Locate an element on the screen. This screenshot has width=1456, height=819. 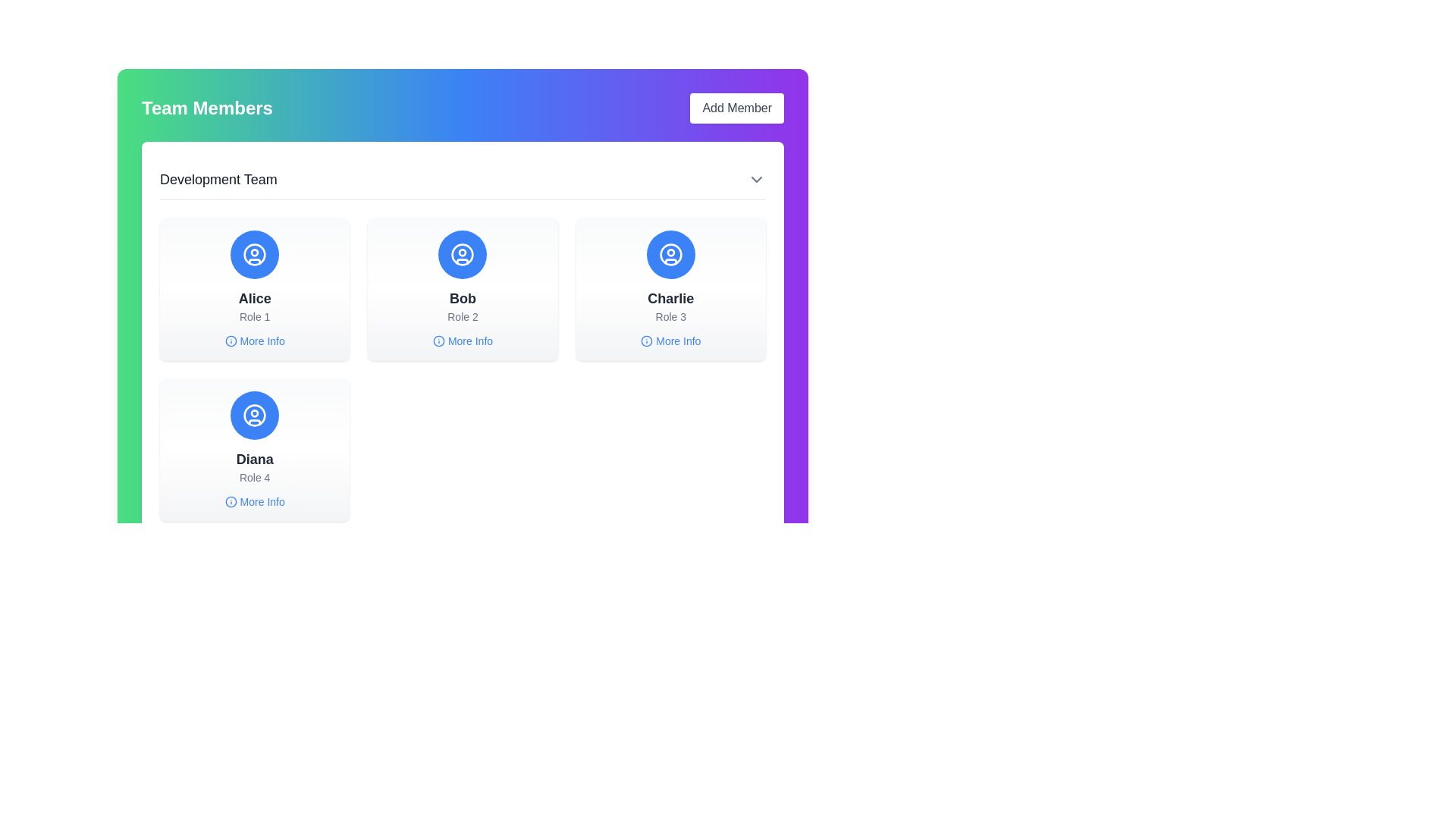
the user icon associated with 'Diana' located at the top of the card in the fourth position of the team grid is located at coordinates (255, 415).